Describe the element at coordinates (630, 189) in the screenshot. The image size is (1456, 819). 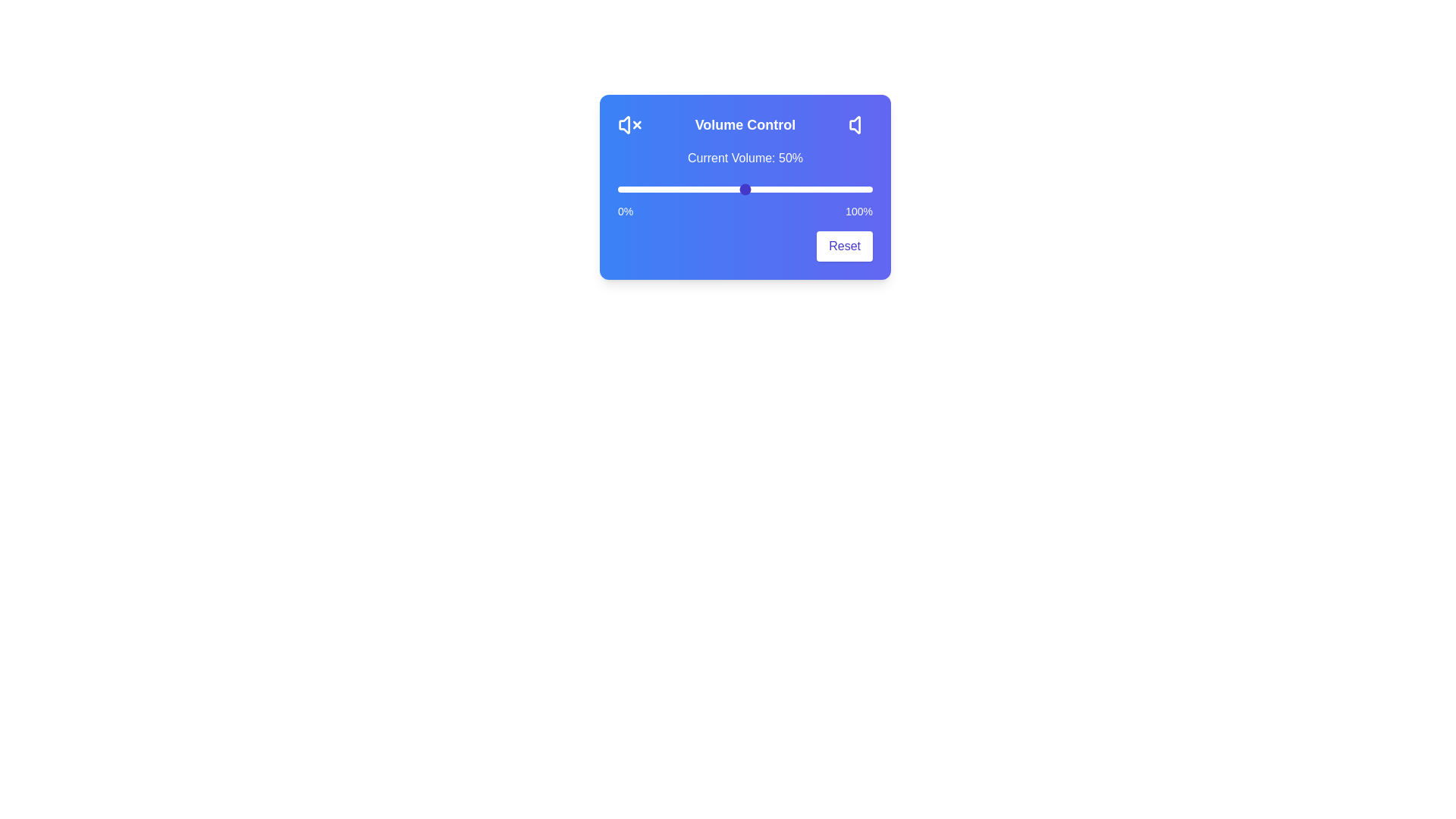
I see `the volume slider to 5%` at that location.